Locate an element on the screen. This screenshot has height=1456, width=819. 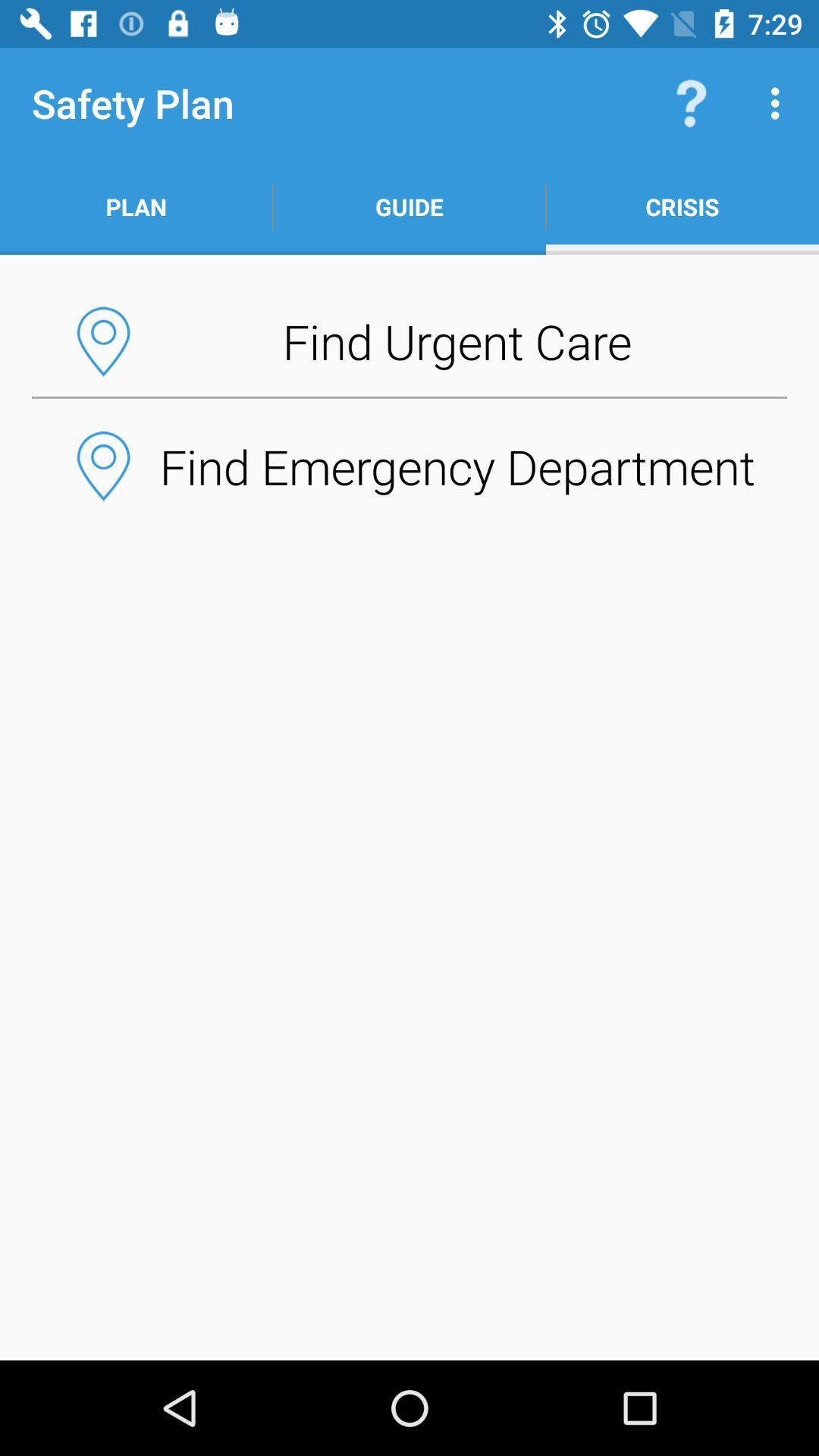
the icon to the right of the guide item is located at coordinates (681, 206).